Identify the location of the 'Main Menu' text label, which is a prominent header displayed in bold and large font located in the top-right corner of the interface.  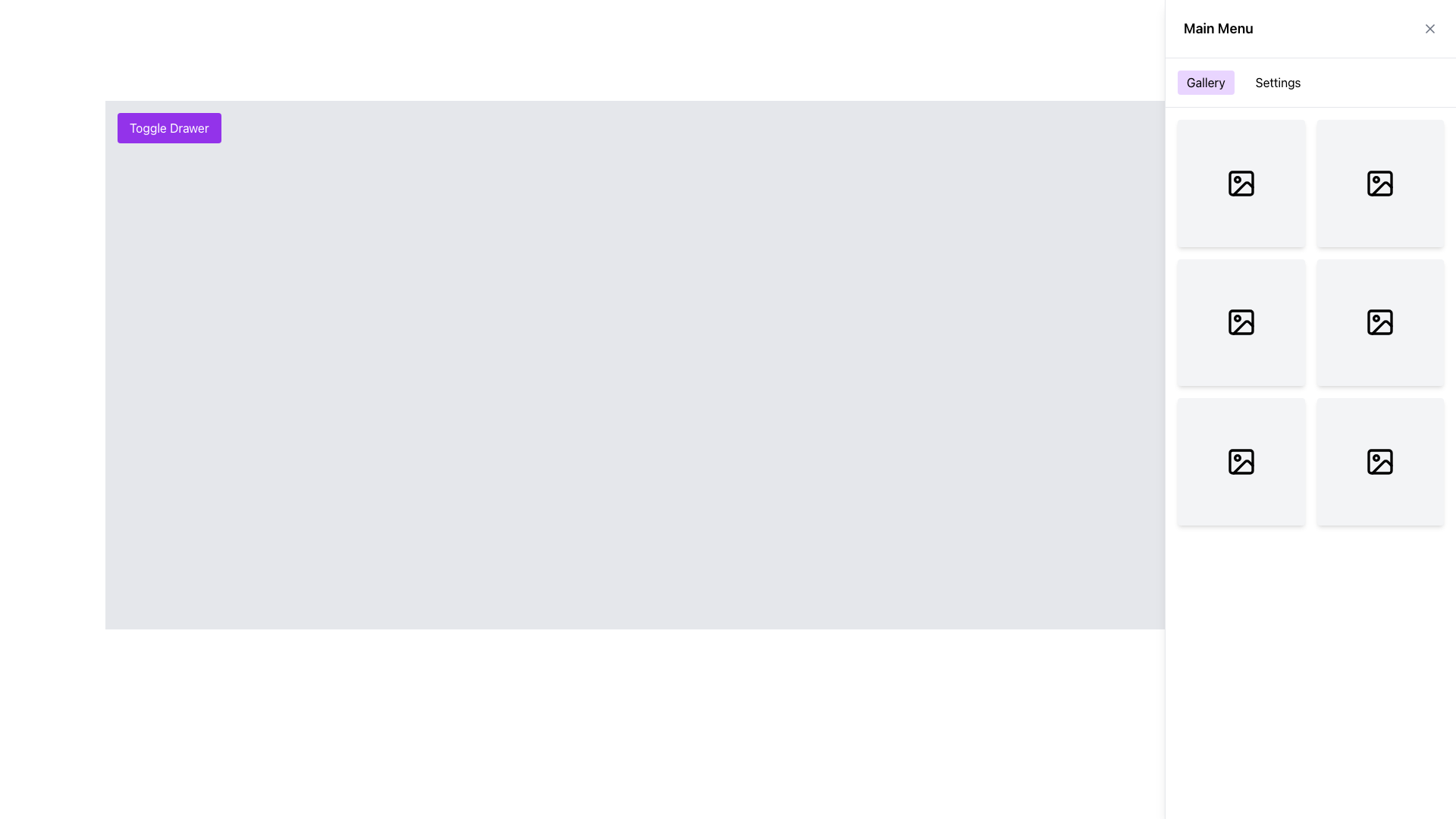
(1218, 29).